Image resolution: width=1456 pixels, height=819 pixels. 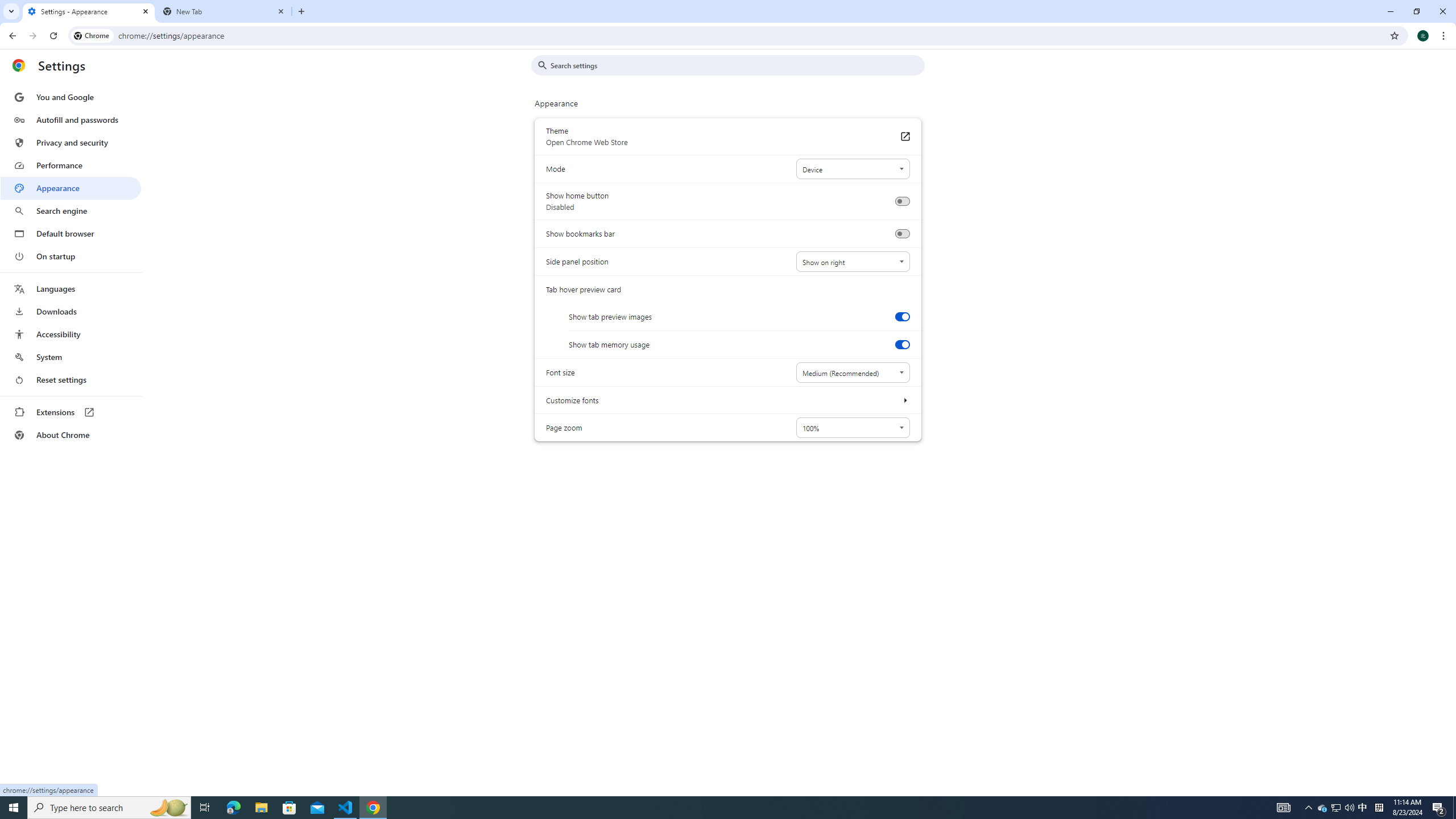 What do you see at coordinates (851, 427) in the screenshot?
I see `'Page zoom'` at bounding box center [851, 427].